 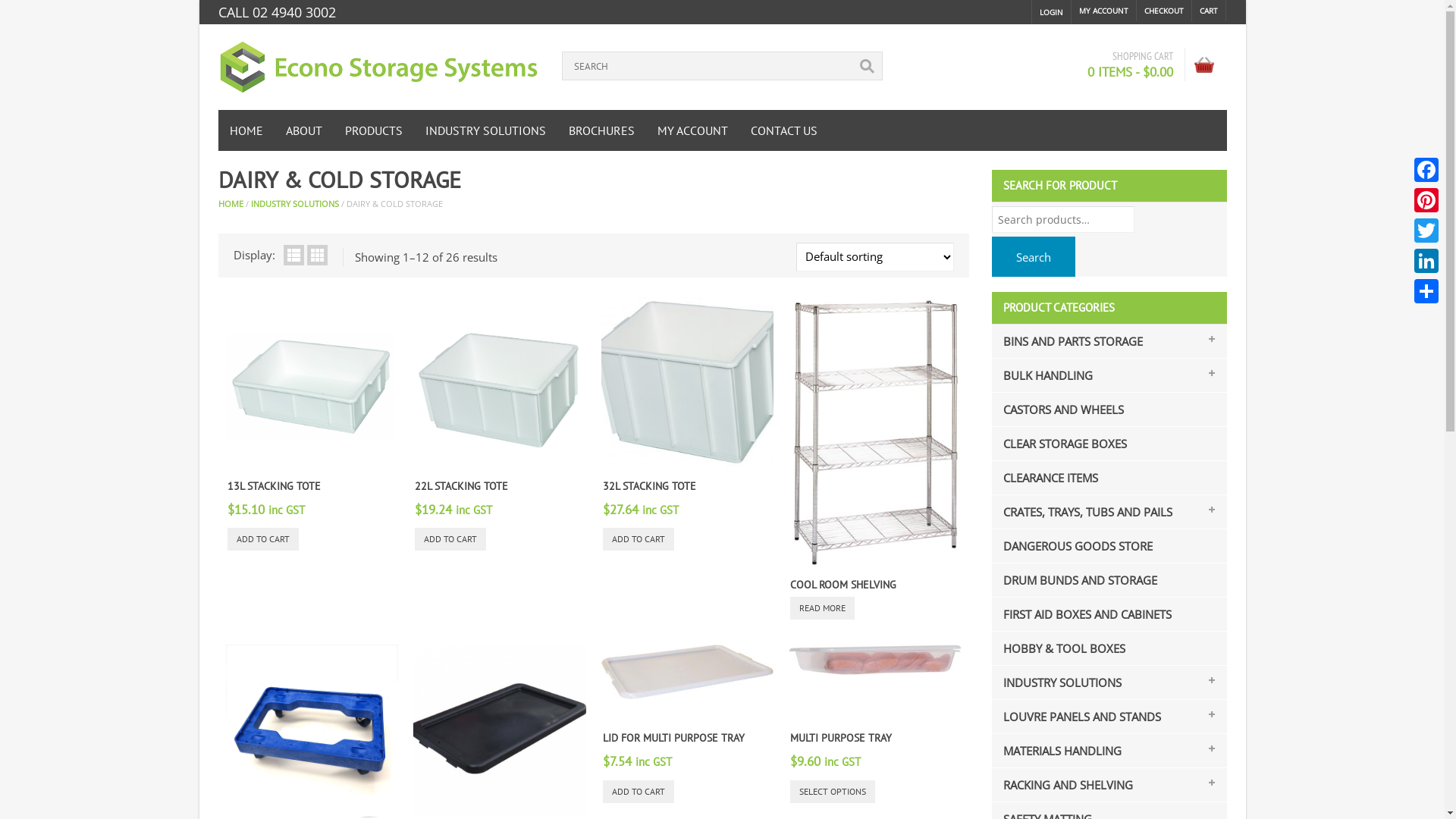 I want to click on 'CONTACT US', so click(x=783, y=130).